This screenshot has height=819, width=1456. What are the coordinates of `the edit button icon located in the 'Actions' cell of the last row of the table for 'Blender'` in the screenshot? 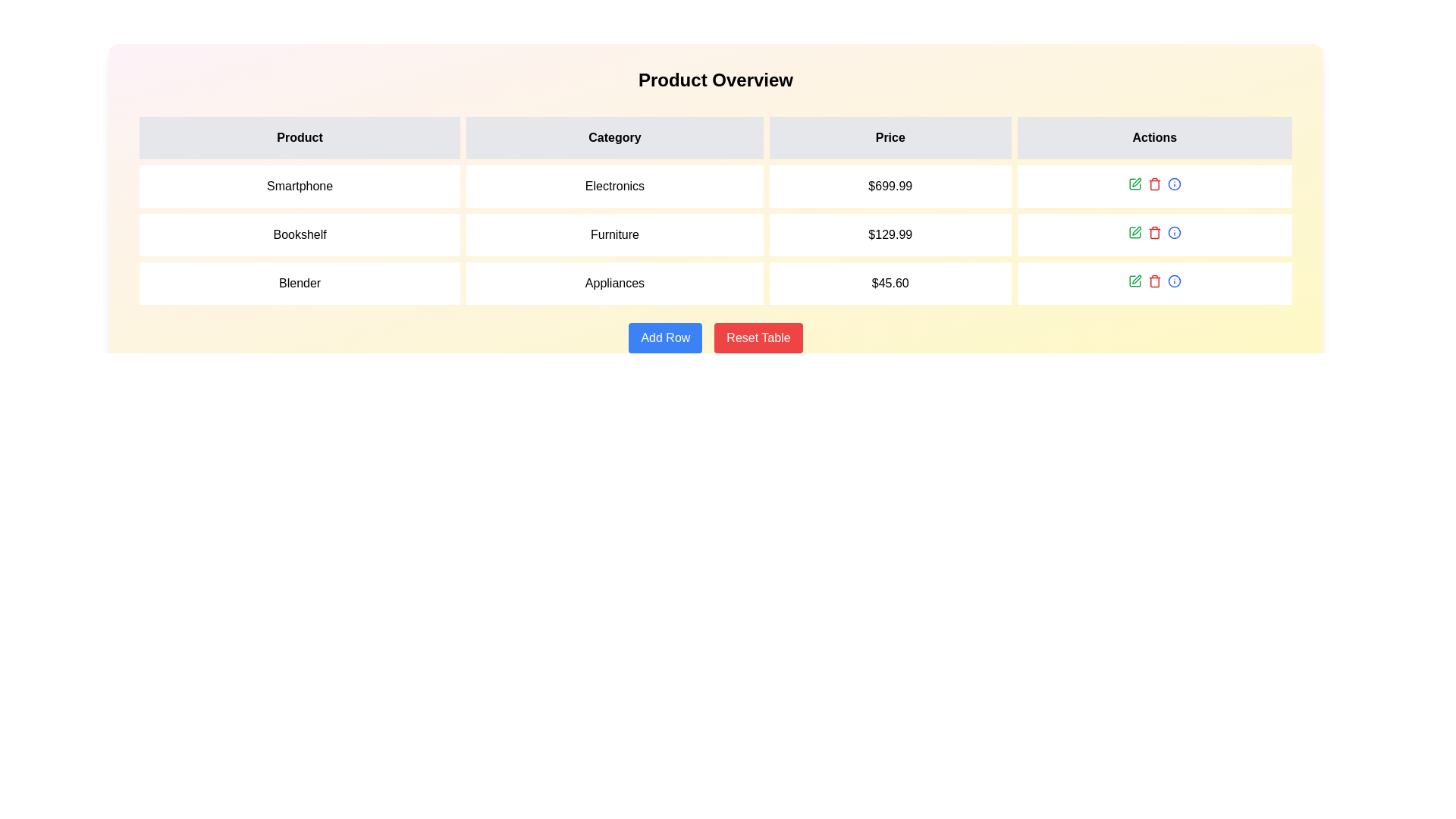 It's located at (1134, 281).